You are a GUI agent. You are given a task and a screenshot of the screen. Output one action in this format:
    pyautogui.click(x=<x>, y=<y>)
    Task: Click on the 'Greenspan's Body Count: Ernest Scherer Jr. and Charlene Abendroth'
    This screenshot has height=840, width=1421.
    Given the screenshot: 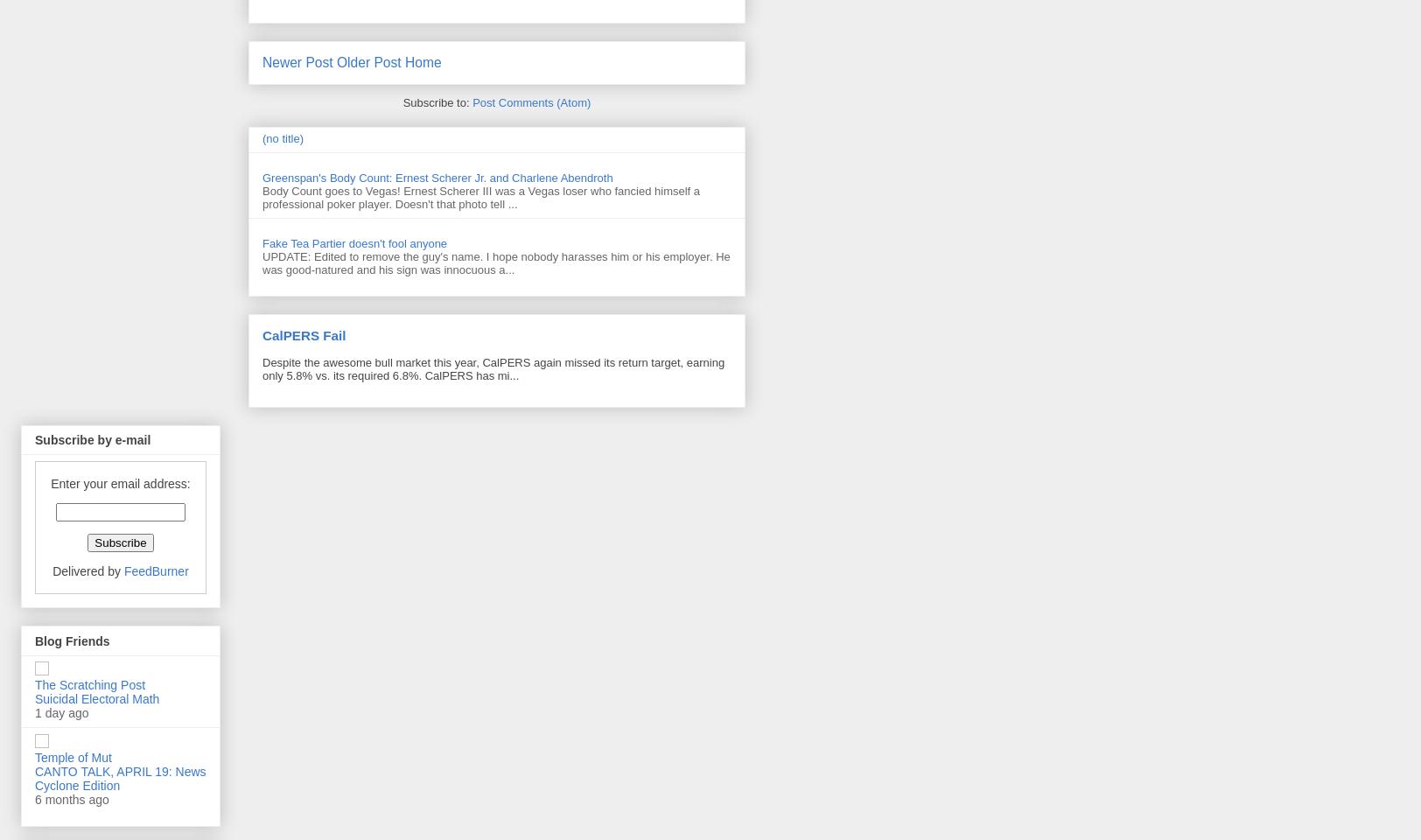 What is the action you would take?
    pyautogui.click(x=437, y=178)
    